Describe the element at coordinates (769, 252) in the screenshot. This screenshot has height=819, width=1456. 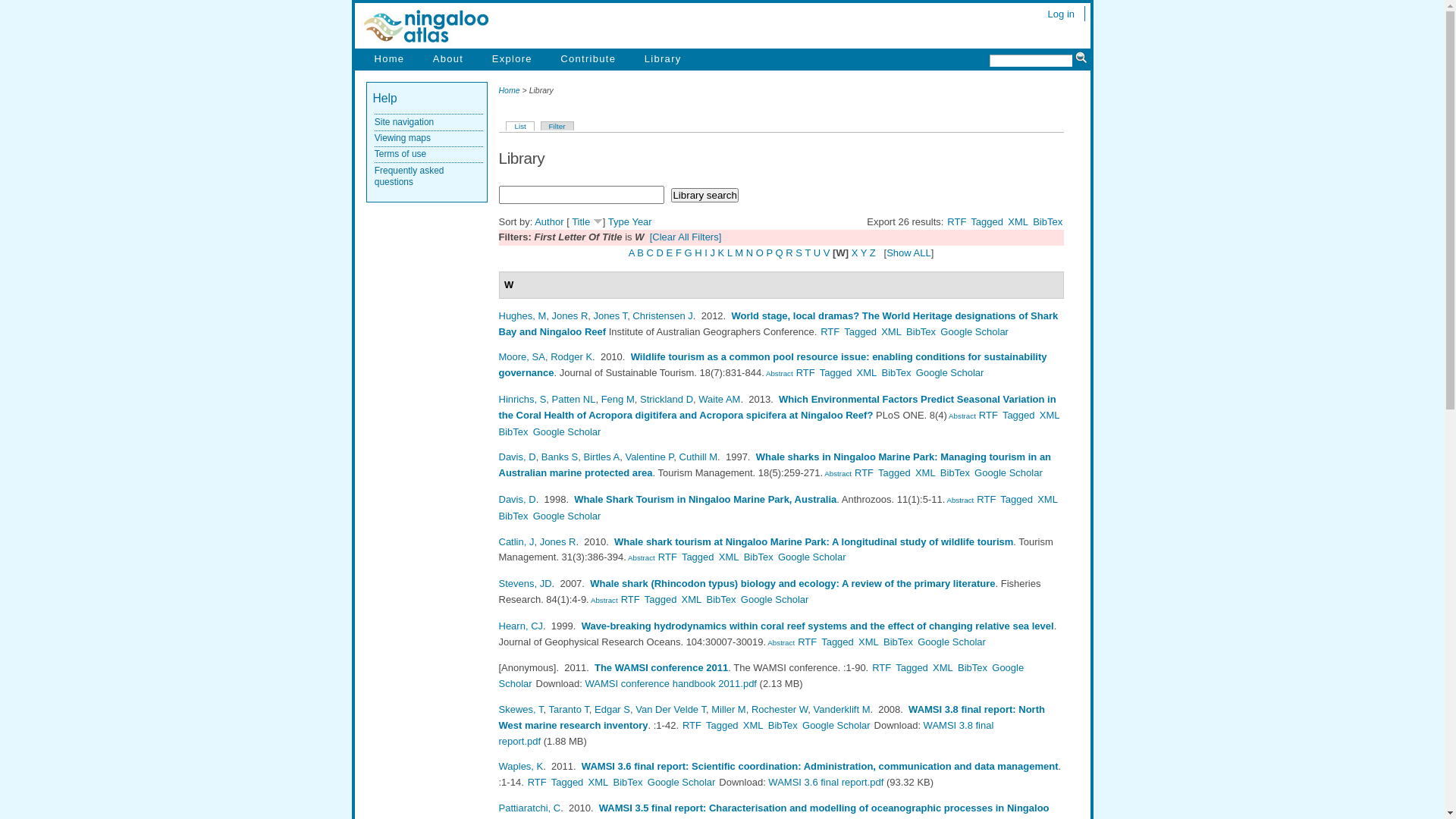
I see `'P'` at that location.